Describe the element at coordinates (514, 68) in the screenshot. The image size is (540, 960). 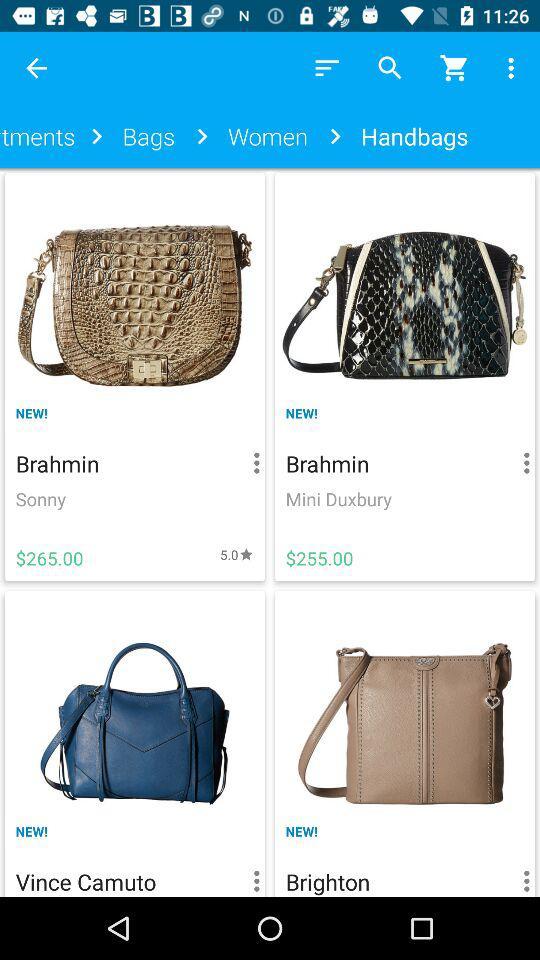
I see `more option at right side of trolly icon` at that location.